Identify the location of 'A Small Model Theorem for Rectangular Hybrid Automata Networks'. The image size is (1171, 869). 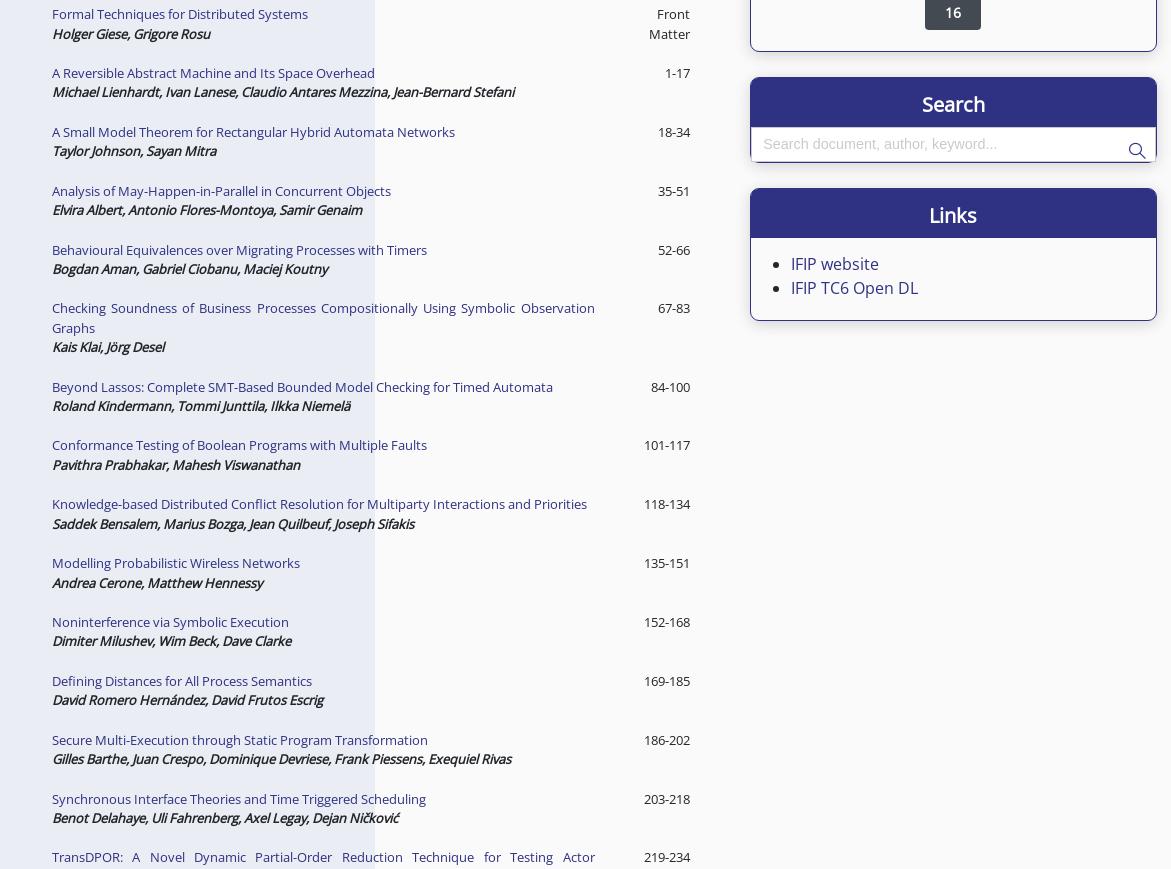
(252, 129).